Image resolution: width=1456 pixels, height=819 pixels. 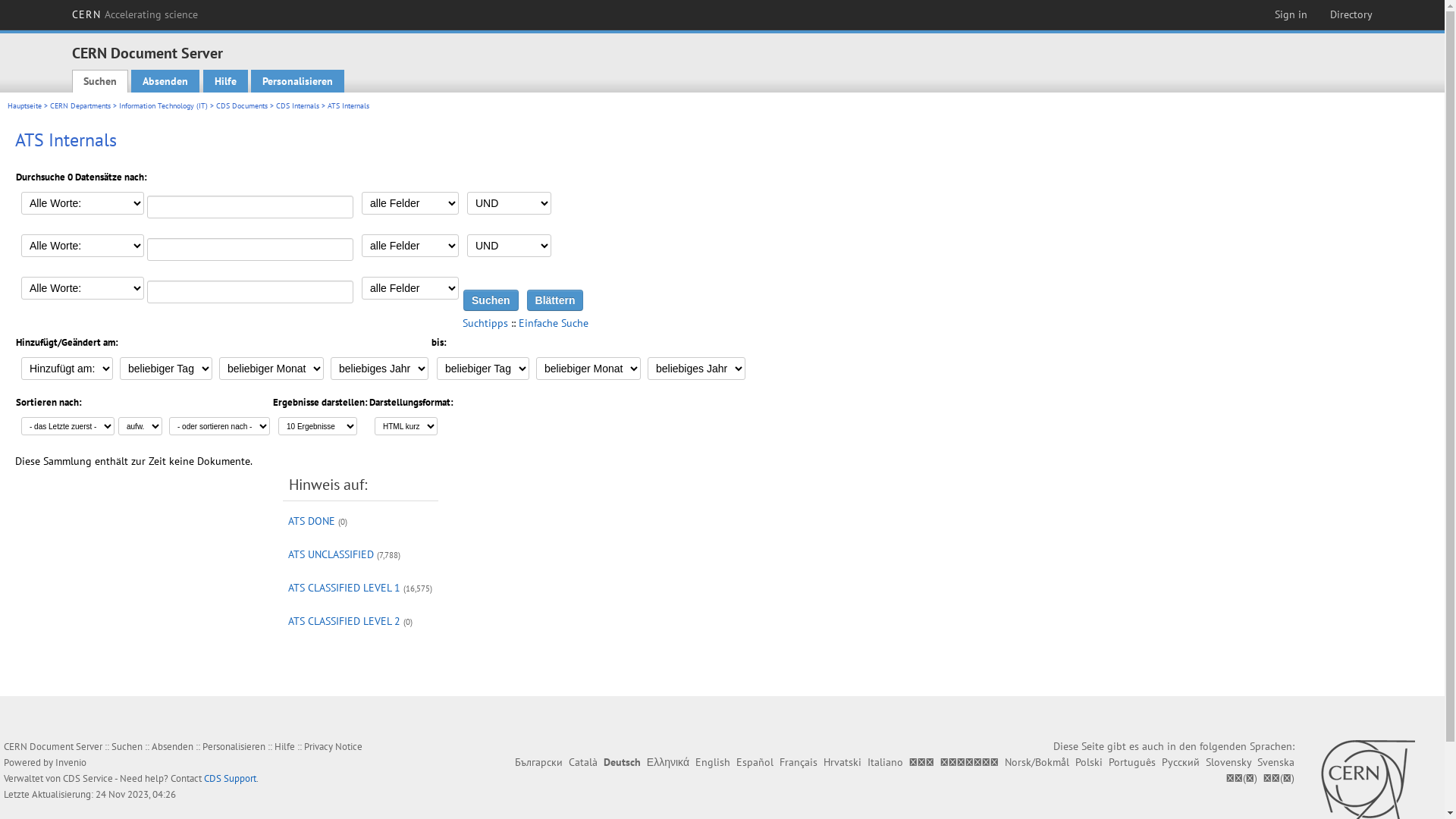 What do you see at coordinates (24, 105) in the screenshot?
I see `'Hauptseite'` at bounding box center [24, 105].